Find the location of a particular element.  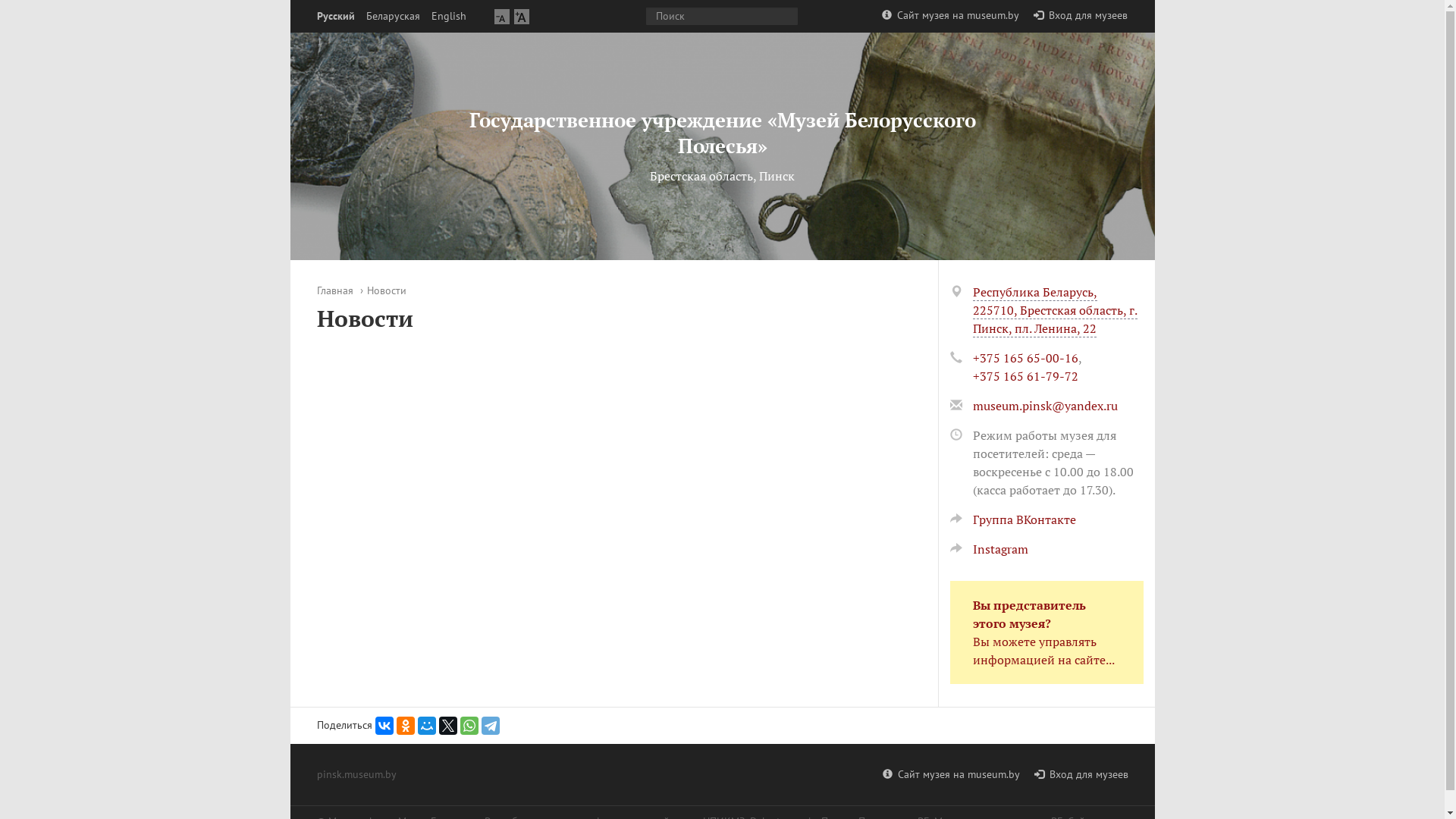

'English' is located at coordinates (447, 16).